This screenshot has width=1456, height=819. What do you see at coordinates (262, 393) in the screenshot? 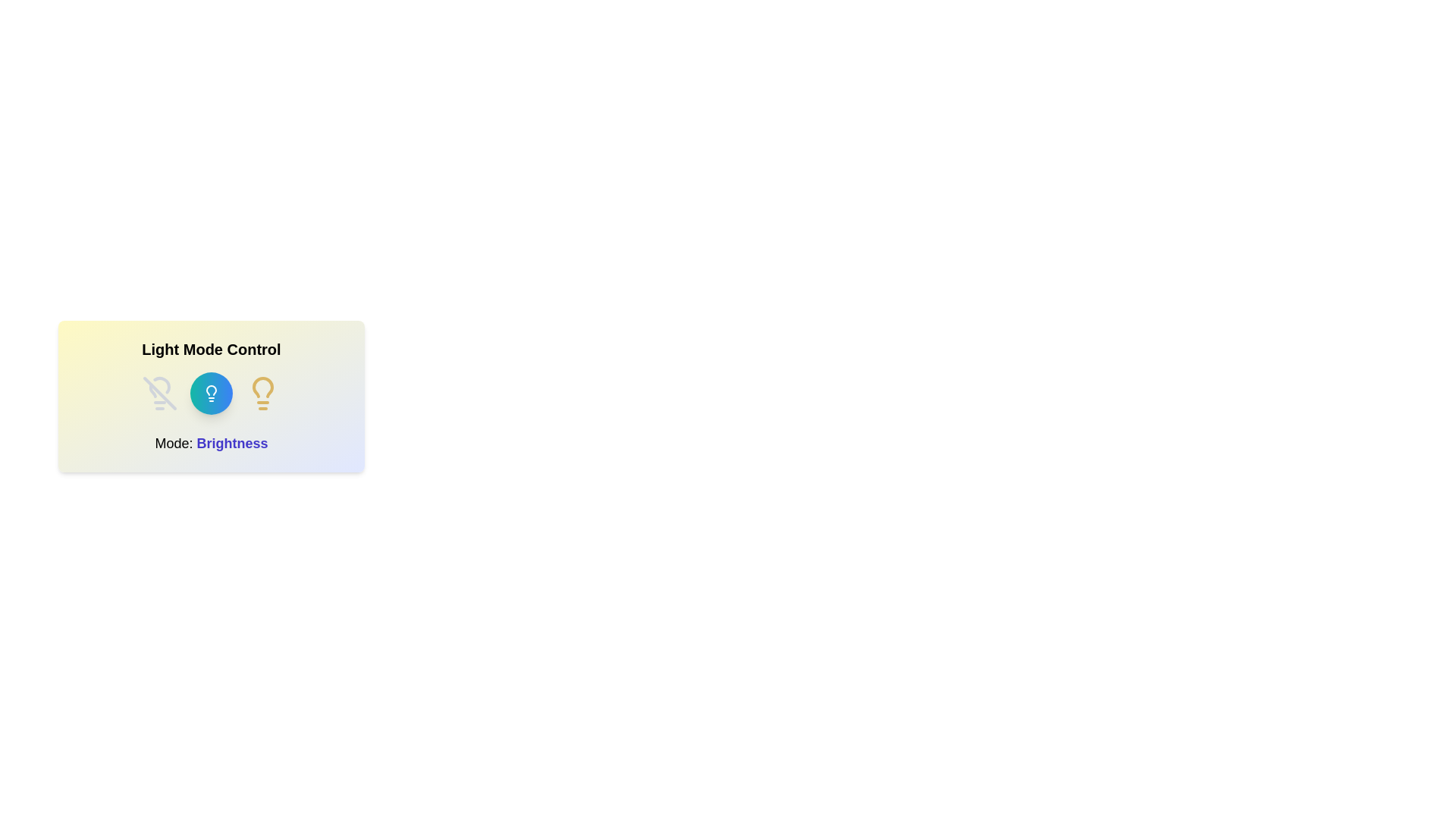
I see `the lightbulb icon with on state to observe its visual feedback` at bounding box center [262, 393].